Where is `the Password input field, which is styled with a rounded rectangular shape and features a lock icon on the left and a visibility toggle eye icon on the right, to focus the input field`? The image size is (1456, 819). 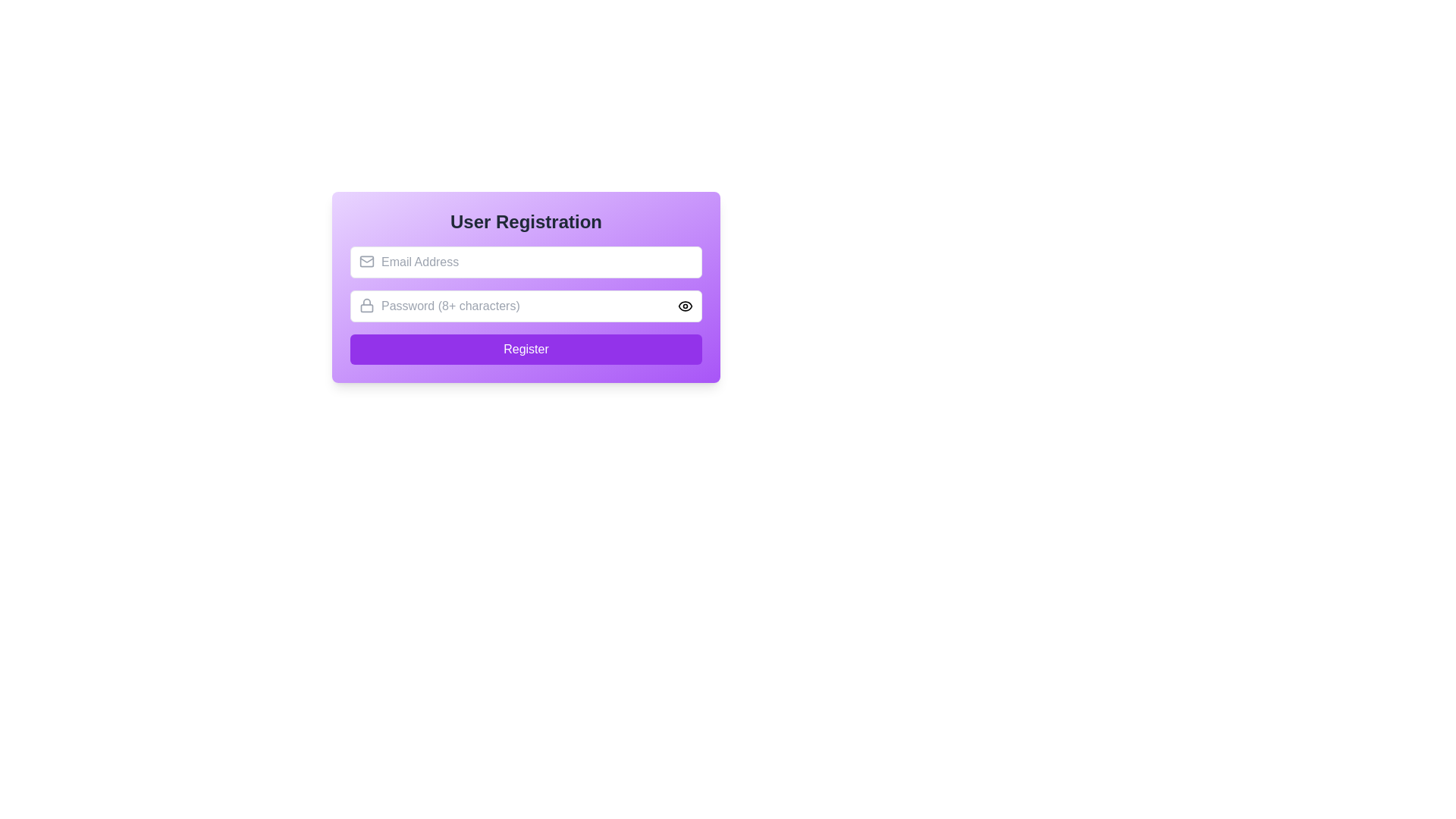 the Password input field, which is styled with a rounded rectangular shape and features a lock icon on the left and a visibility toggle eye icon on the right, to focus the input field is located at coordinates (526, 318).